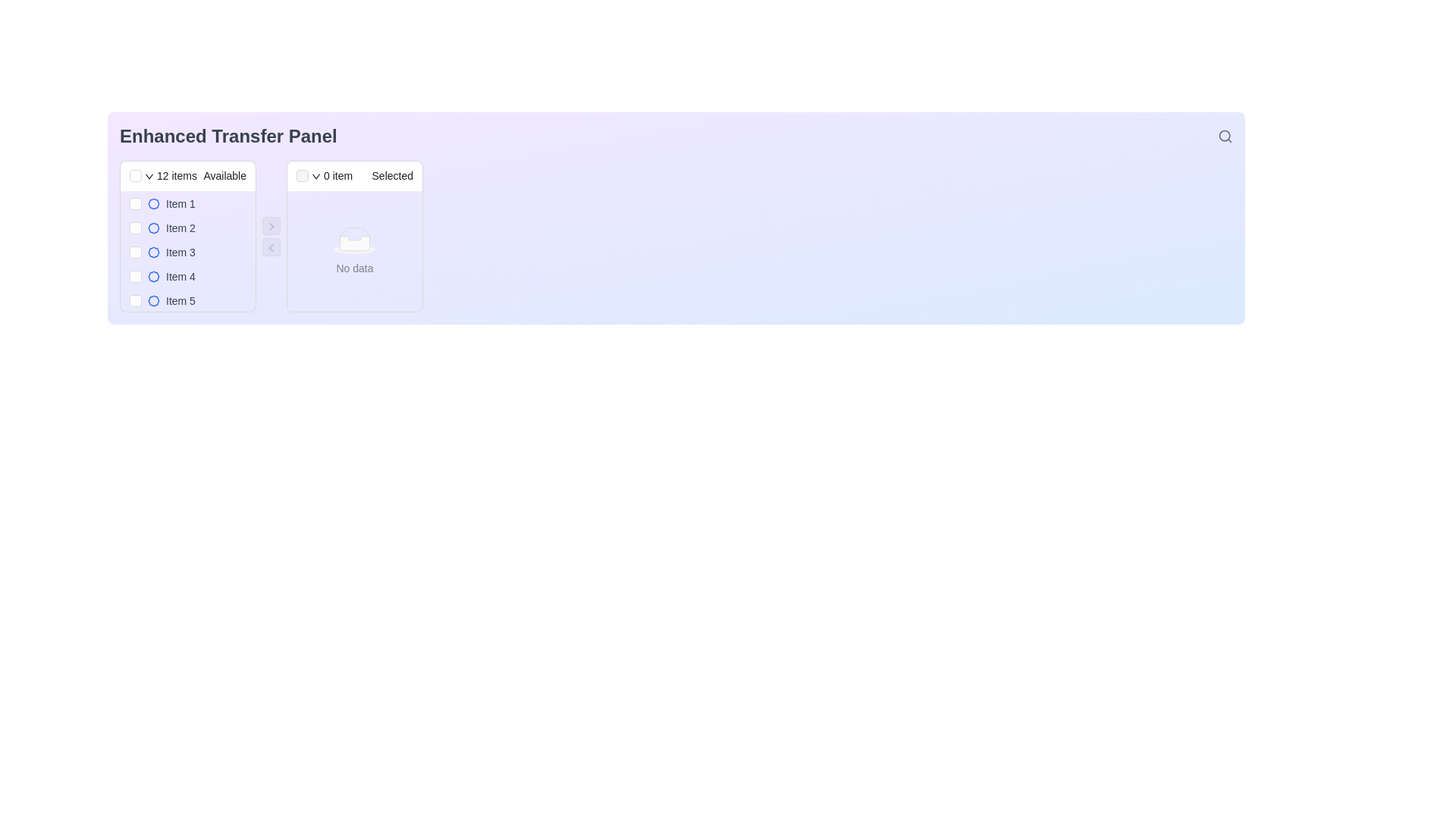  What do you see at coordinates (135, 227) in the screenshot?
I see `the checkbox that allows users to select or deselect 'Item 2', positioned on the left side of the 'Item 2' label in the 'Available' section of the 'Enhanced Transfer Panel'` at bounding box center [135, 227].